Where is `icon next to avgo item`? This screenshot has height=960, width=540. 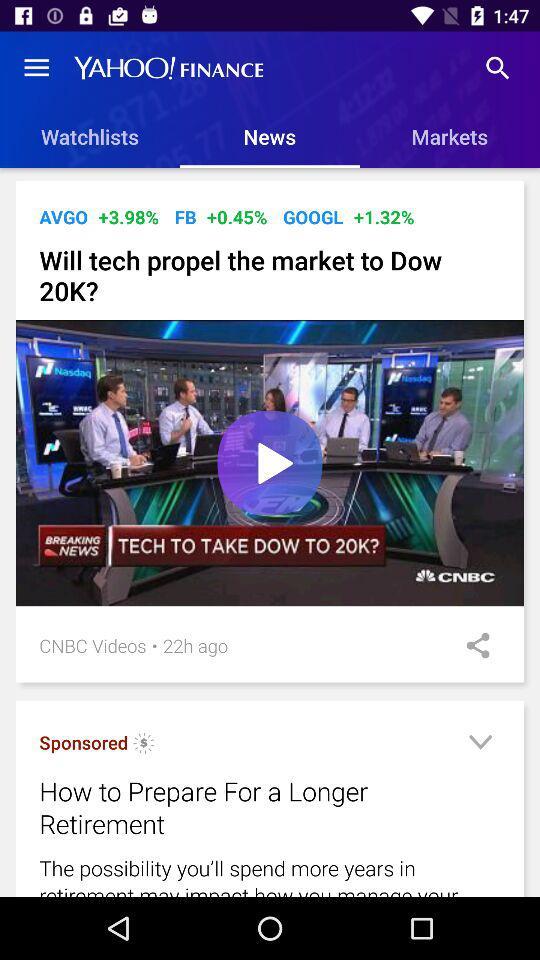 icon next to avgo item is located at coordinates (128, 217).